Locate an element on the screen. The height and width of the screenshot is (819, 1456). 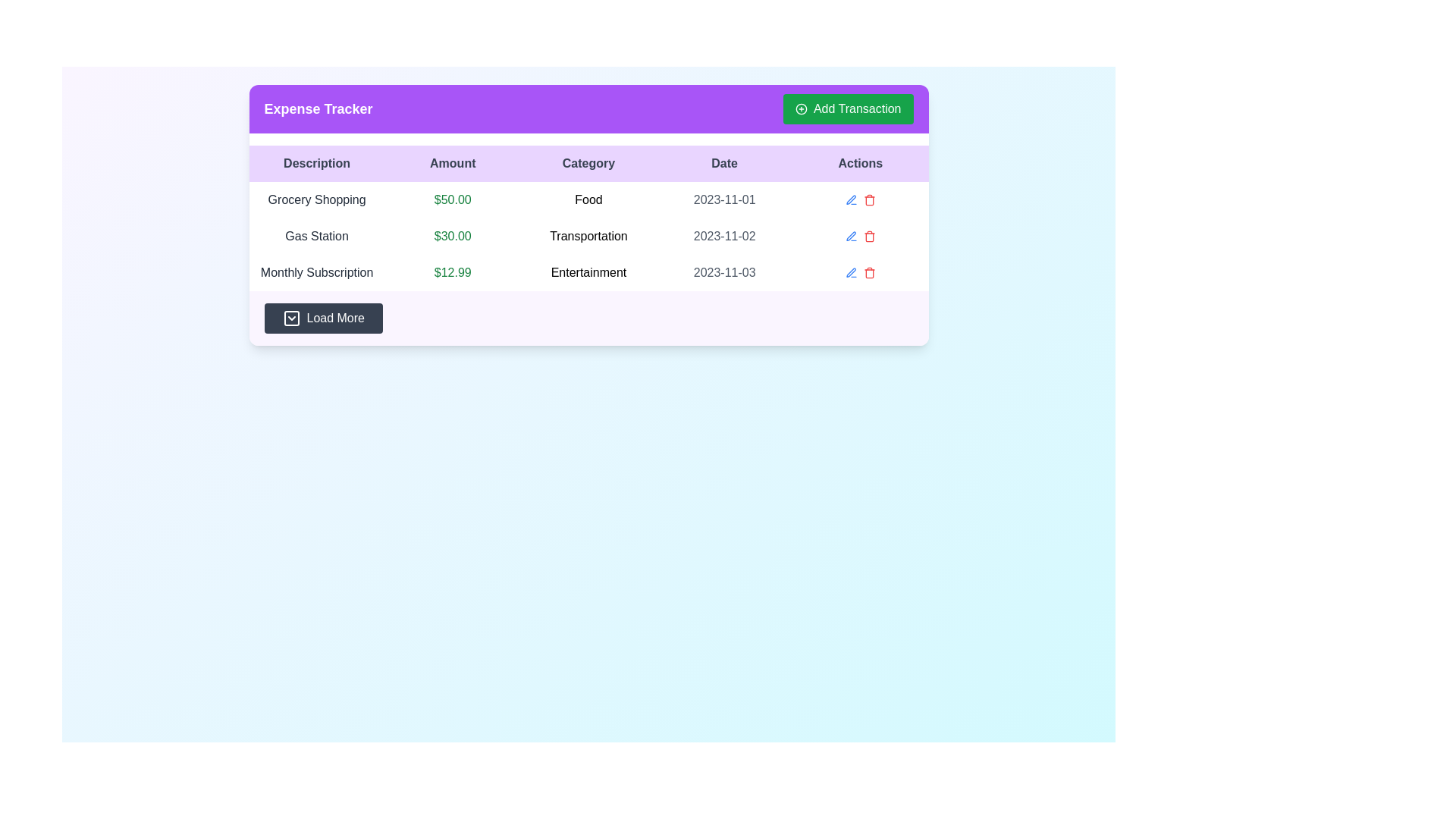
the small pen icon located in the 'Actions' column of the 'Transportation' category in the 'Expense Tracker' application is located at coordinates (851, 237).